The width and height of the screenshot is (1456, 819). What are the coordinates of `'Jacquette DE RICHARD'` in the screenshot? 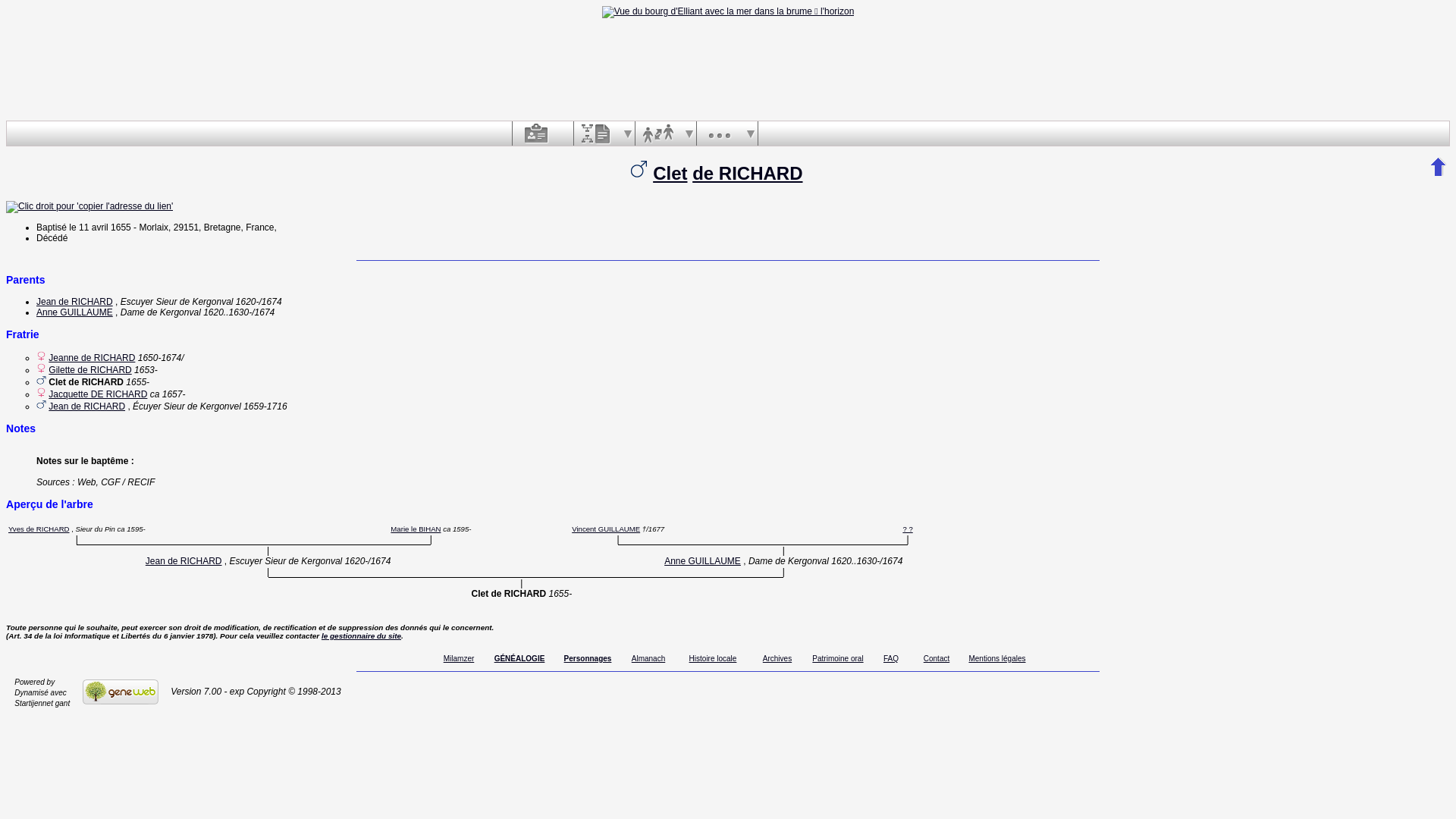 It's located at (97, 394).